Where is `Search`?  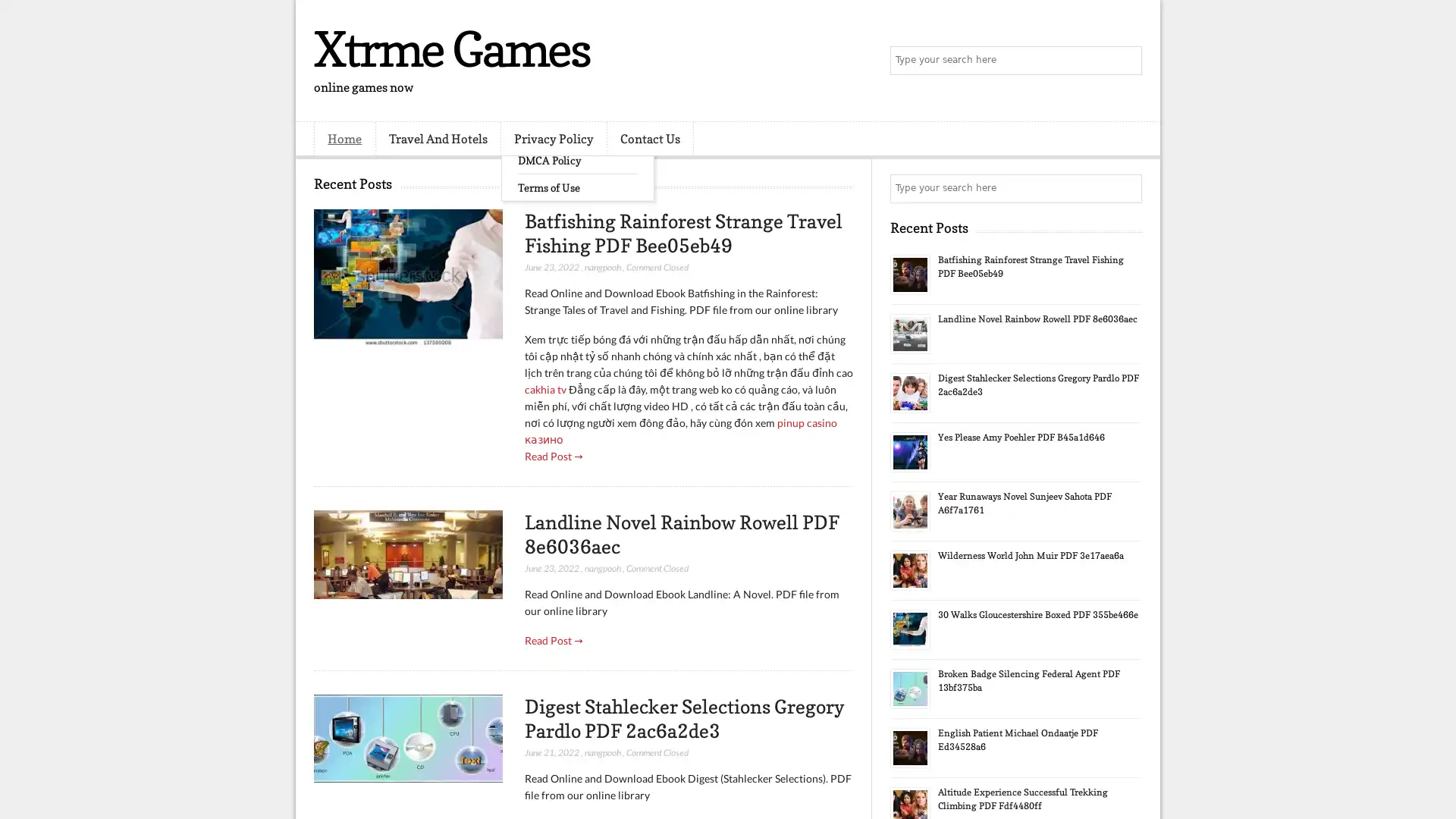
Search is located at coordinates (1126, 61).